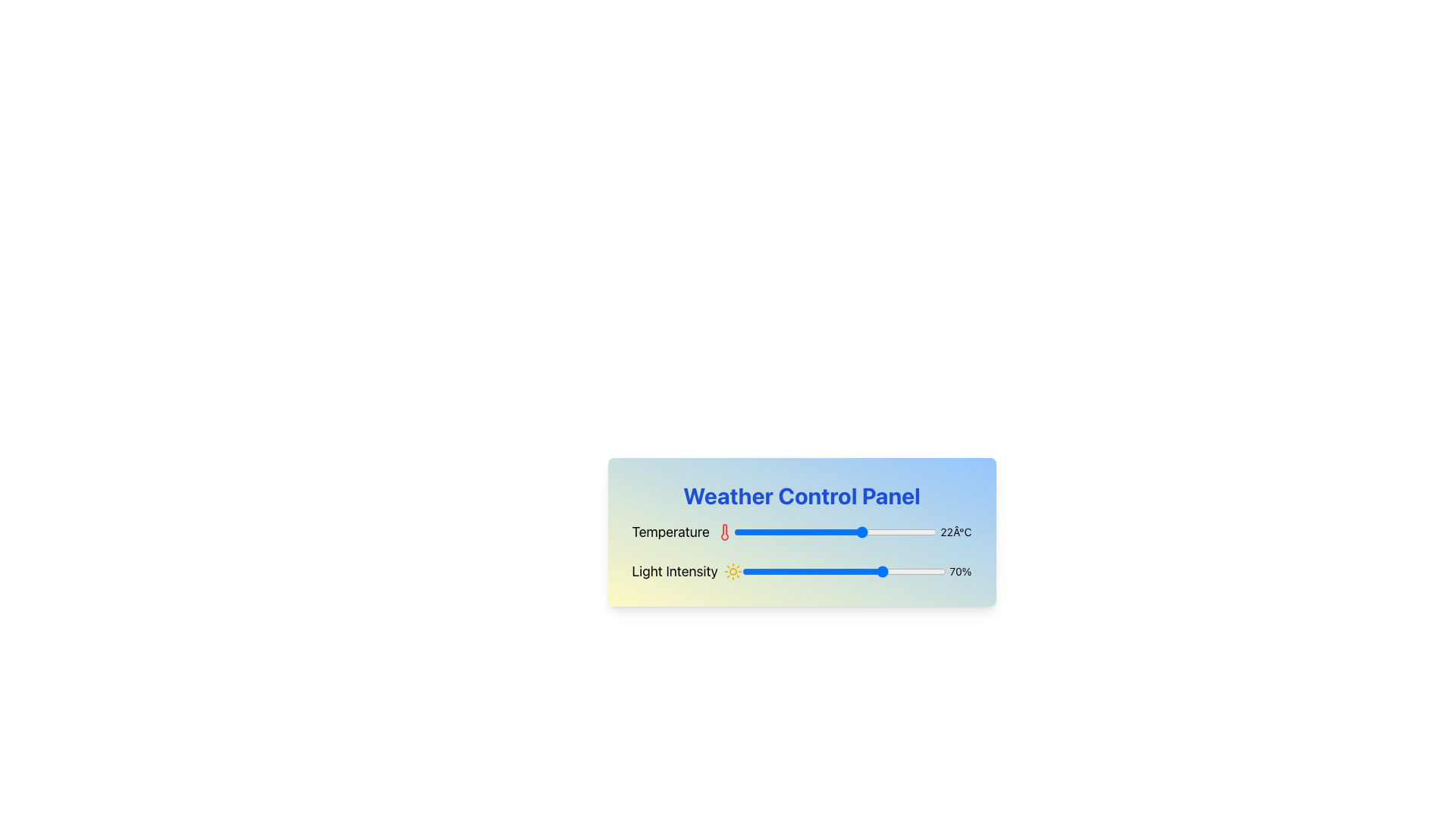  What do you see at coordinates (745, 532) in the screenshot?
I see `the temperature slider` at bounding box center [745, 532].